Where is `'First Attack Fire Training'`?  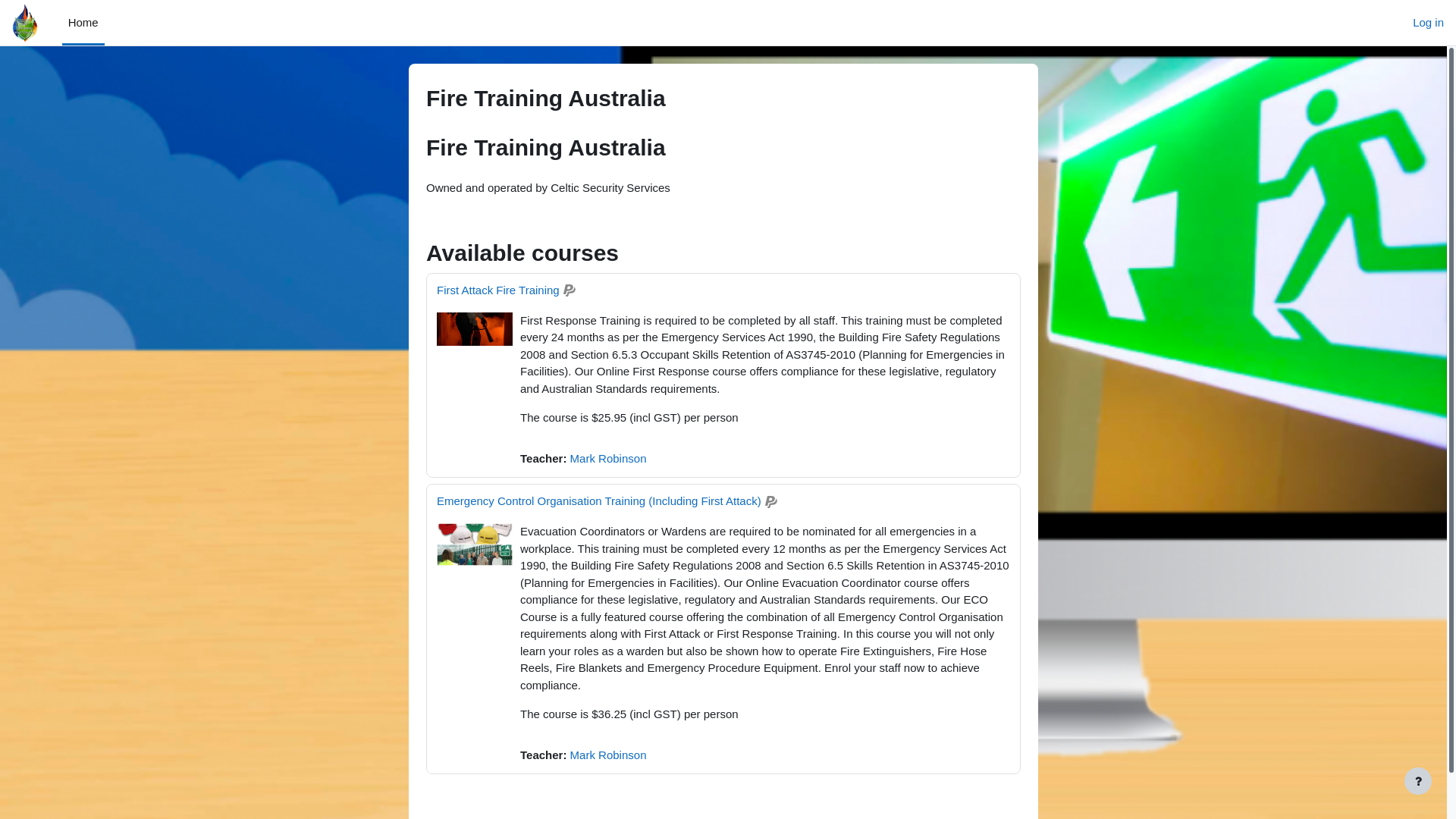
'First Attack Fire Training' is located at coordinates (436, 290).